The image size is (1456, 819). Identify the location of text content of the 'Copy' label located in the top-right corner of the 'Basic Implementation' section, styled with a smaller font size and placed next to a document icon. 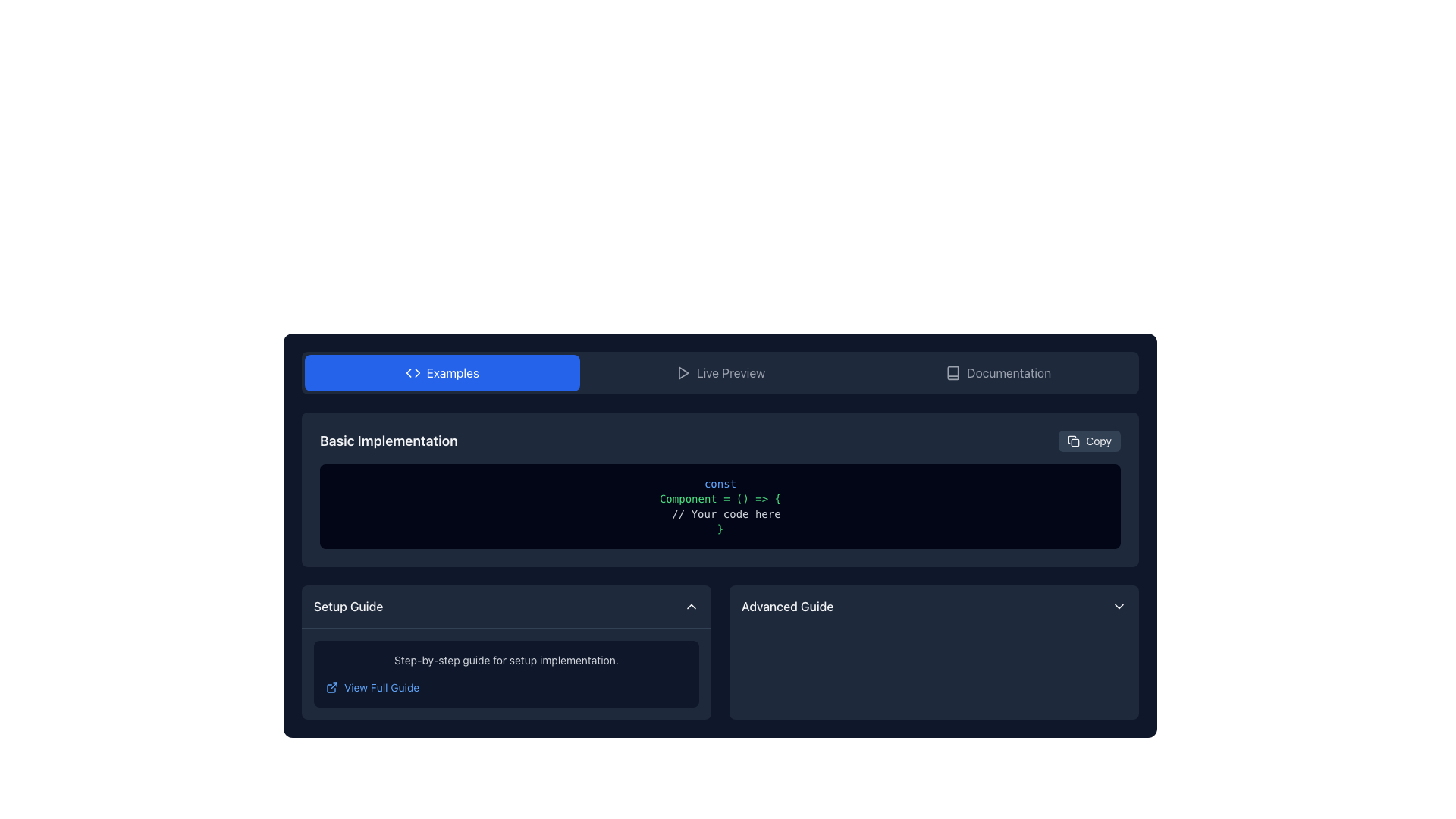
(1099, 441).